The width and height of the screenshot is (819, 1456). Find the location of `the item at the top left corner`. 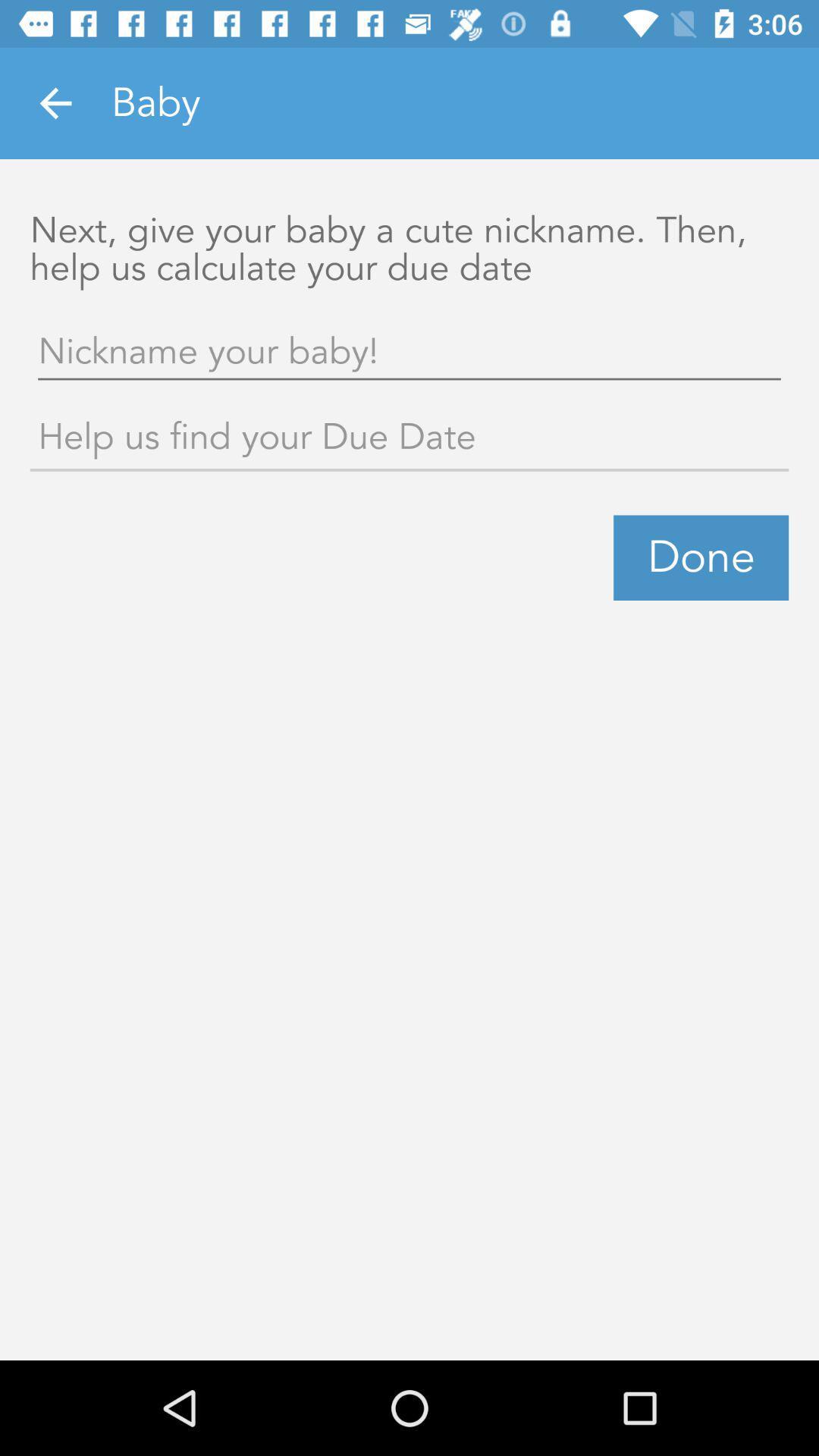

the item at the top left corner is located at coordinates (55, 102).